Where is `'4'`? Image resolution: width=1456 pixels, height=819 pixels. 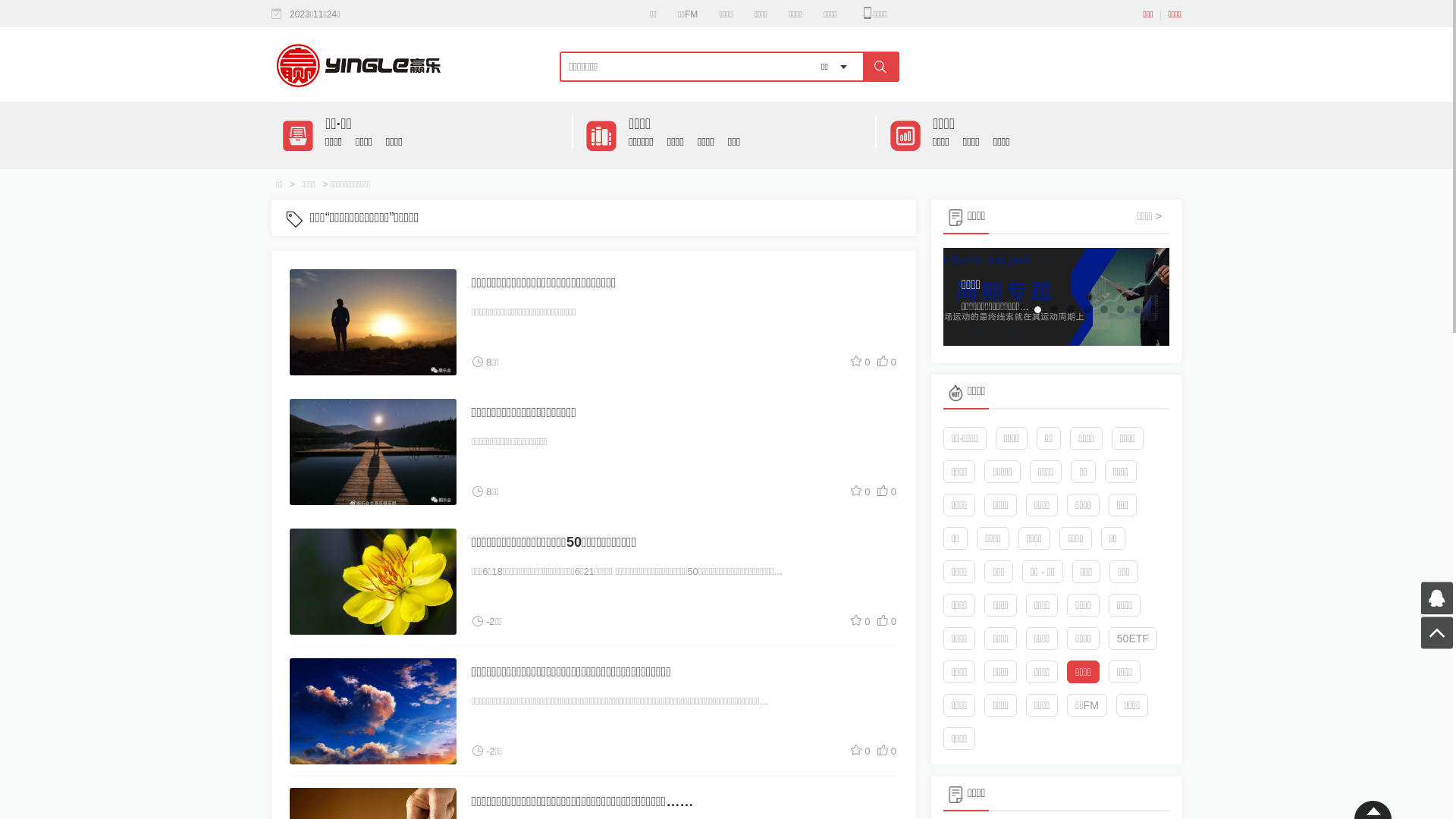
'4' is located at coordinates (1020, 309).